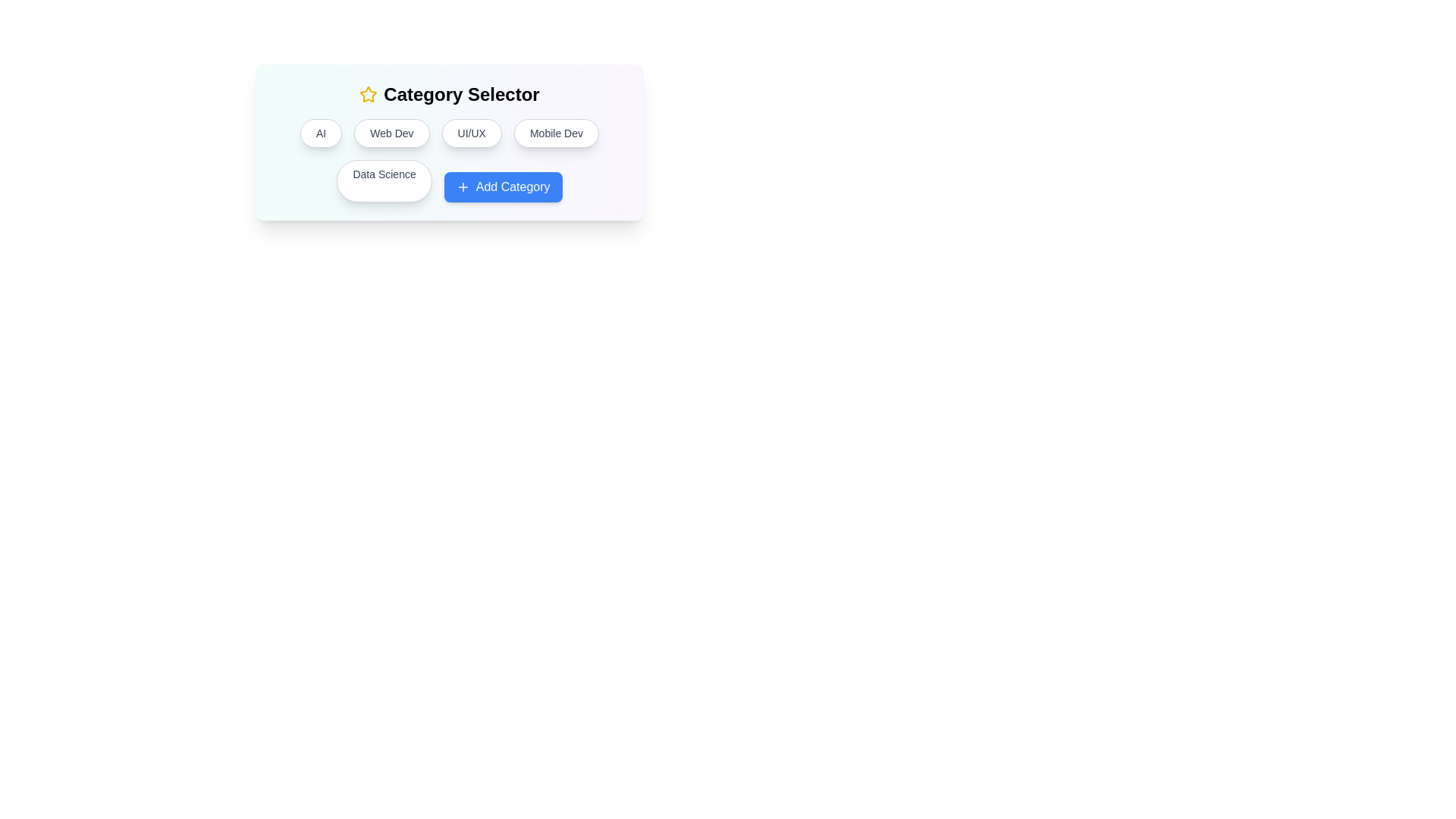 The height and width of the screenshot is (819, 1456). What do you see at coordinates (503, 186) in the screenshot?
I see `the 'Add Category' button` at bounding box center [503, 186].